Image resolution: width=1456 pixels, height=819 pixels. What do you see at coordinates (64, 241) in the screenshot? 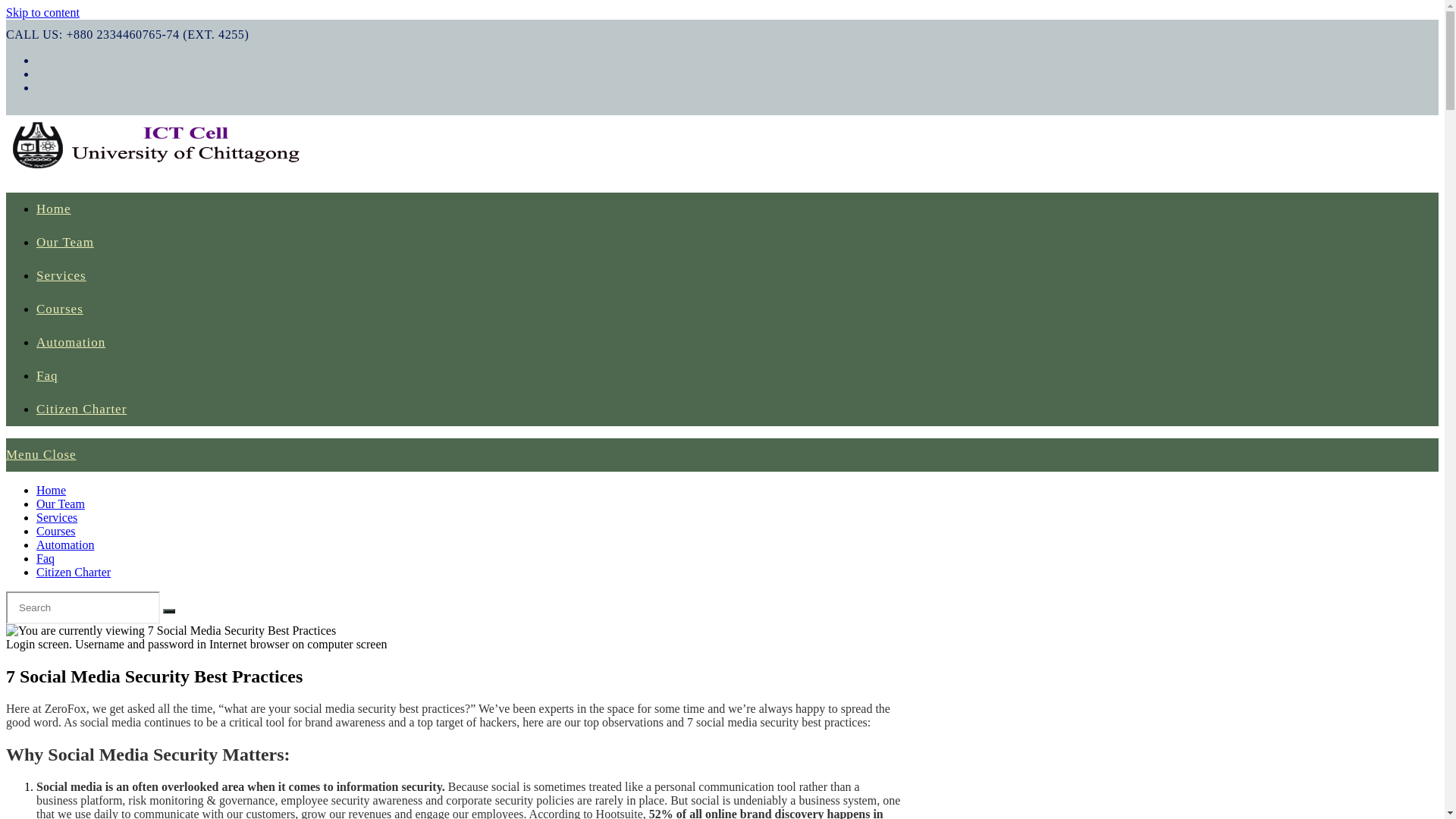
I see `'Our Team'` at bounding box center [64, 241].